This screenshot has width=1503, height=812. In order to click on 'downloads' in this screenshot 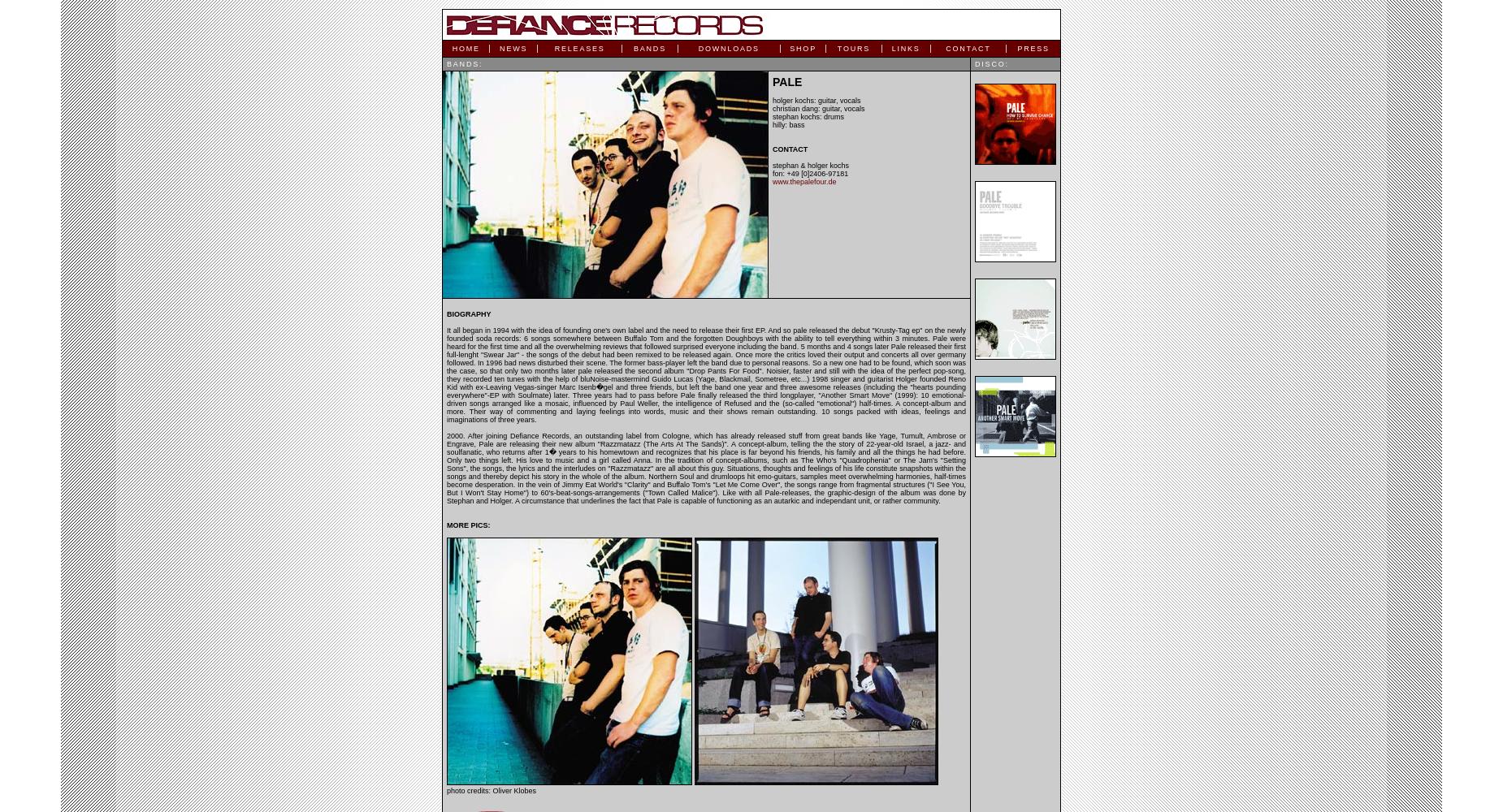, I will do `click(728, 49)`.